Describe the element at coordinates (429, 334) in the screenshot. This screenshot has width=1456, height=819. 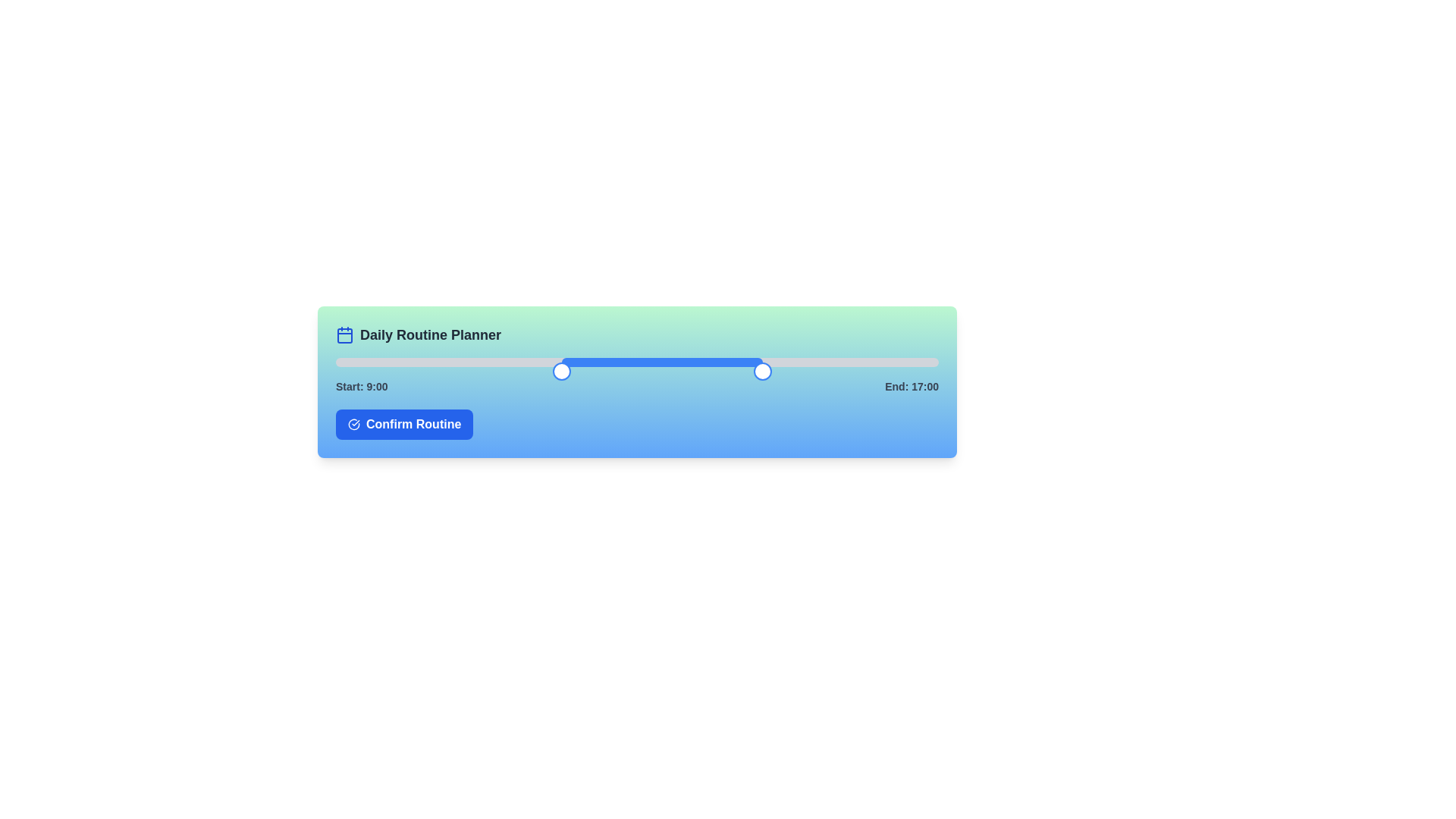
I see `the static text label displaying 'Daily Routine Planner' which is positioned to the right of a calendar icon in the header of the planner interface` at that location.